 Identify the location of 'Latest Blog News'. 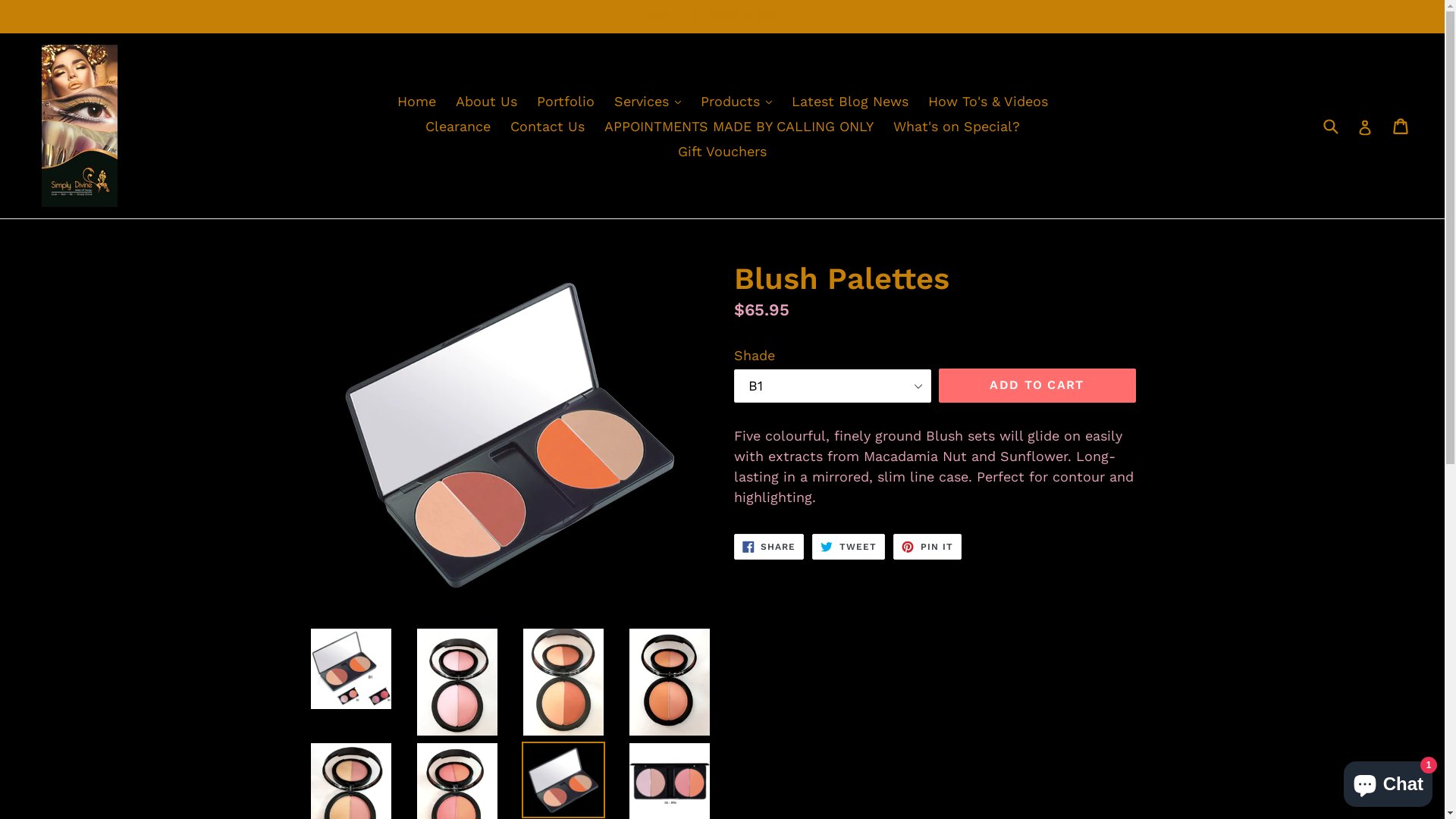
(783, 100).